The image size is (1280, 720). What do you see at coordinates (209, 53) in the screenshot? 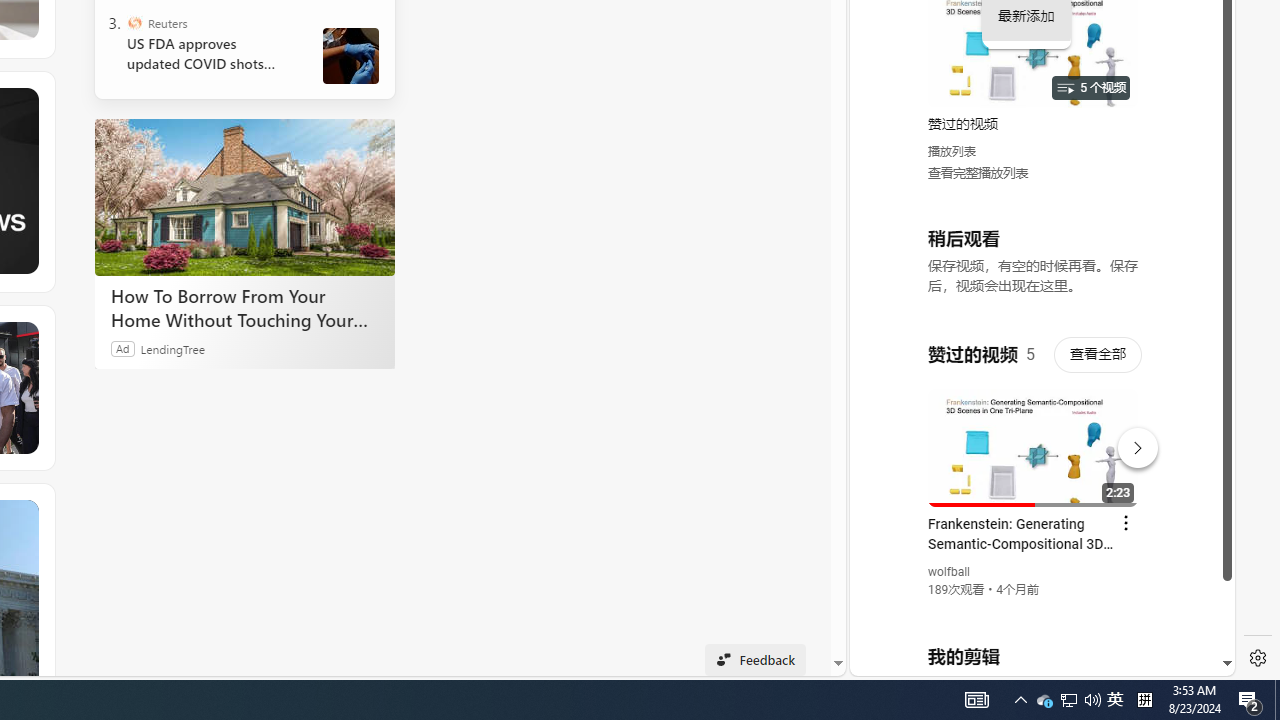
I see `'US FDA approves updated COVID shots ahead of fall and winter'` at bounding box center [209, 53].